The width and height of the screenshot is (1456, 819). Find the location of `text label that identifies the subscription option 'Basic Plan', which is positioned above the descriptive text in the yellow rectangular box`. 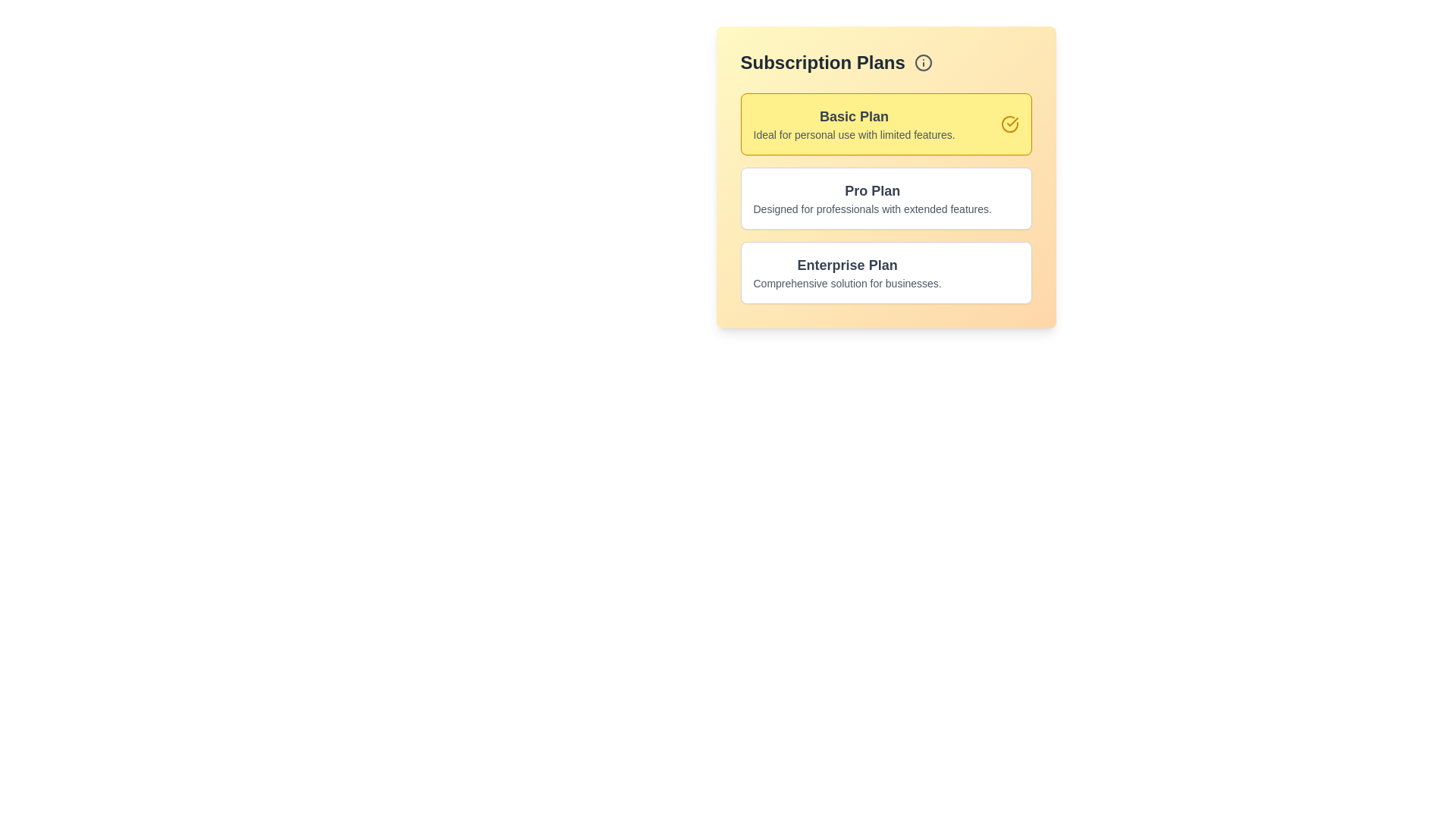

text label that identifies the subscription option 'Basic Plan', which is positioned above the descriptive text in the yellow rectangular box is located at coordinates (854, 116).